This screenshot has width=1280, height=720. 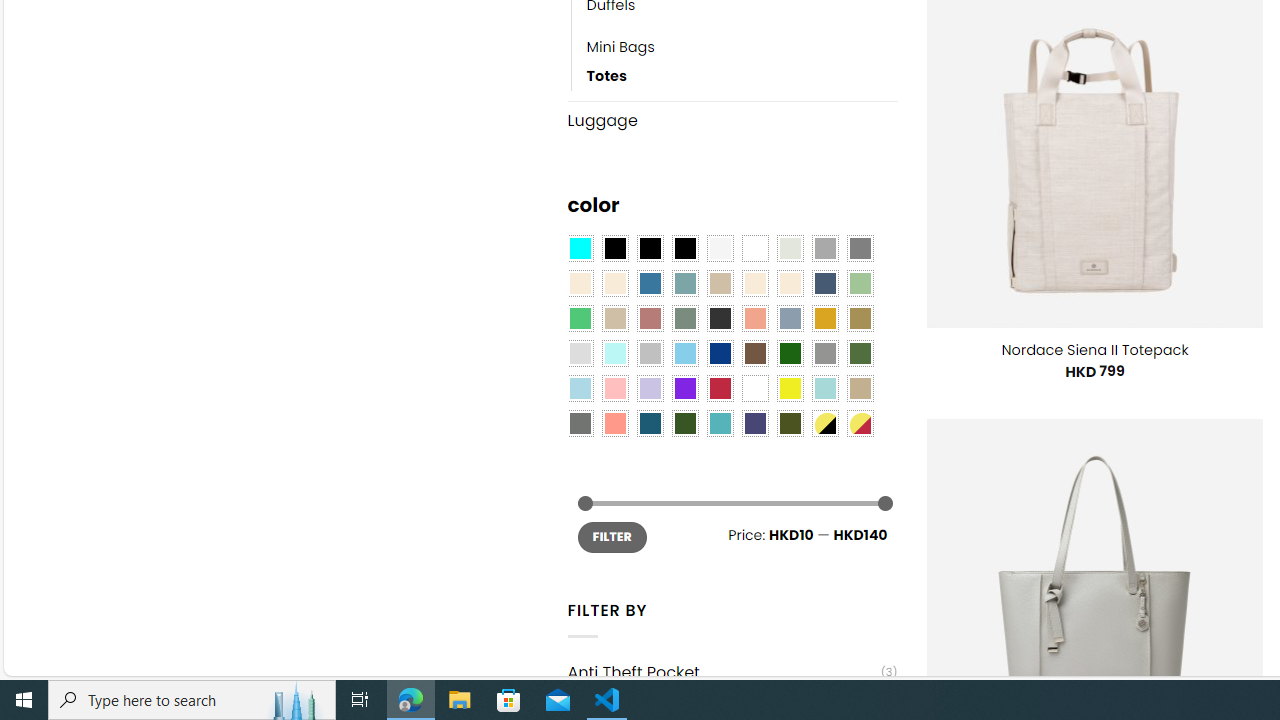 What do you see at coordinates (754, 353) in the screenshot?
I see `'Brown'` at bounding box center [754, 353].